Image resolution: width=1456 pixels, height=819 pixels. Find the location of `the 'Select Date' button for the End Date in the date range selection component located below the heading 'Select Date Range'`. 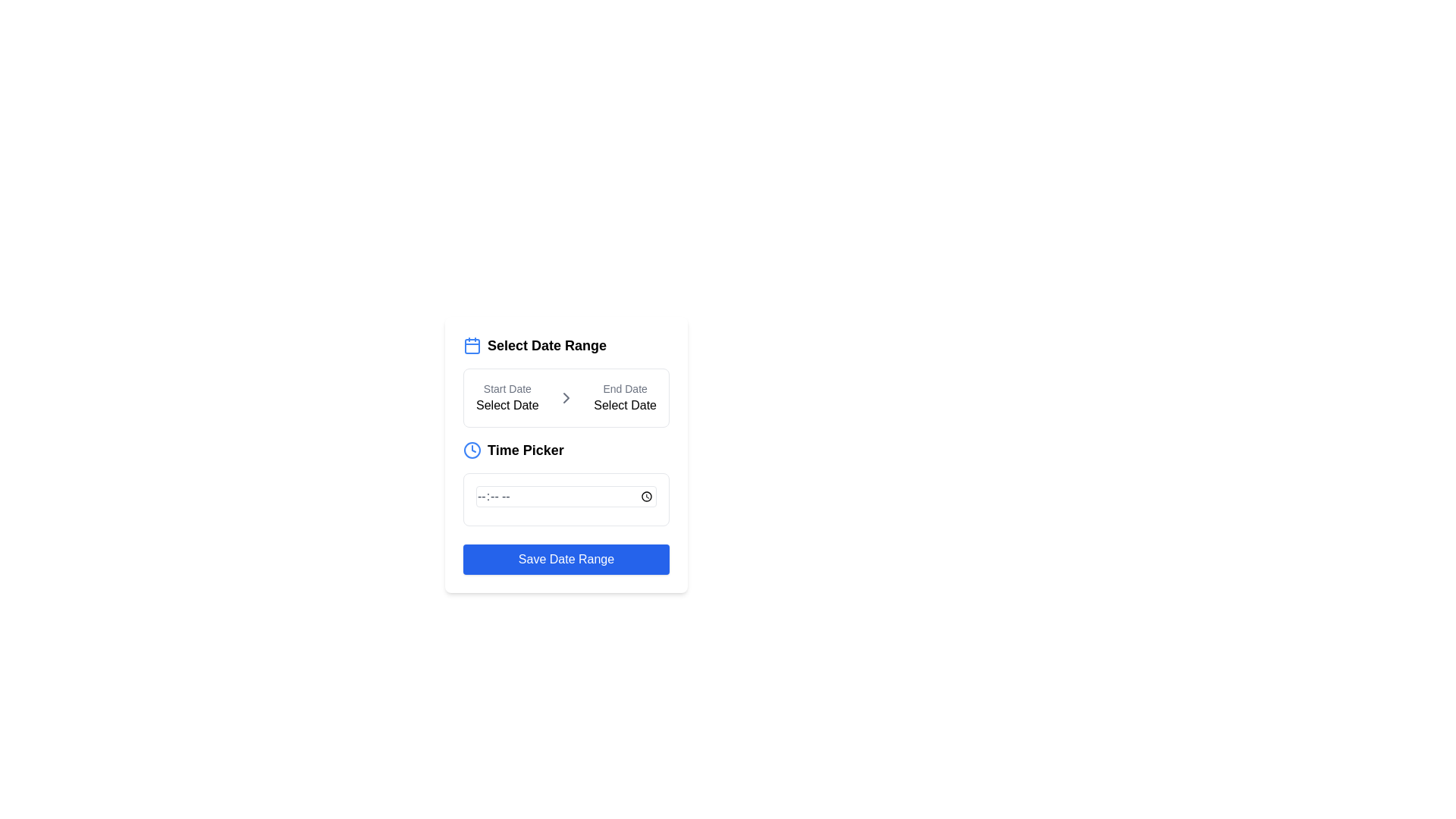

the 'Select Date' button for the End Date in the date range selection component located below the heading 'Select Date Range' is located at coordinates (566, 397).